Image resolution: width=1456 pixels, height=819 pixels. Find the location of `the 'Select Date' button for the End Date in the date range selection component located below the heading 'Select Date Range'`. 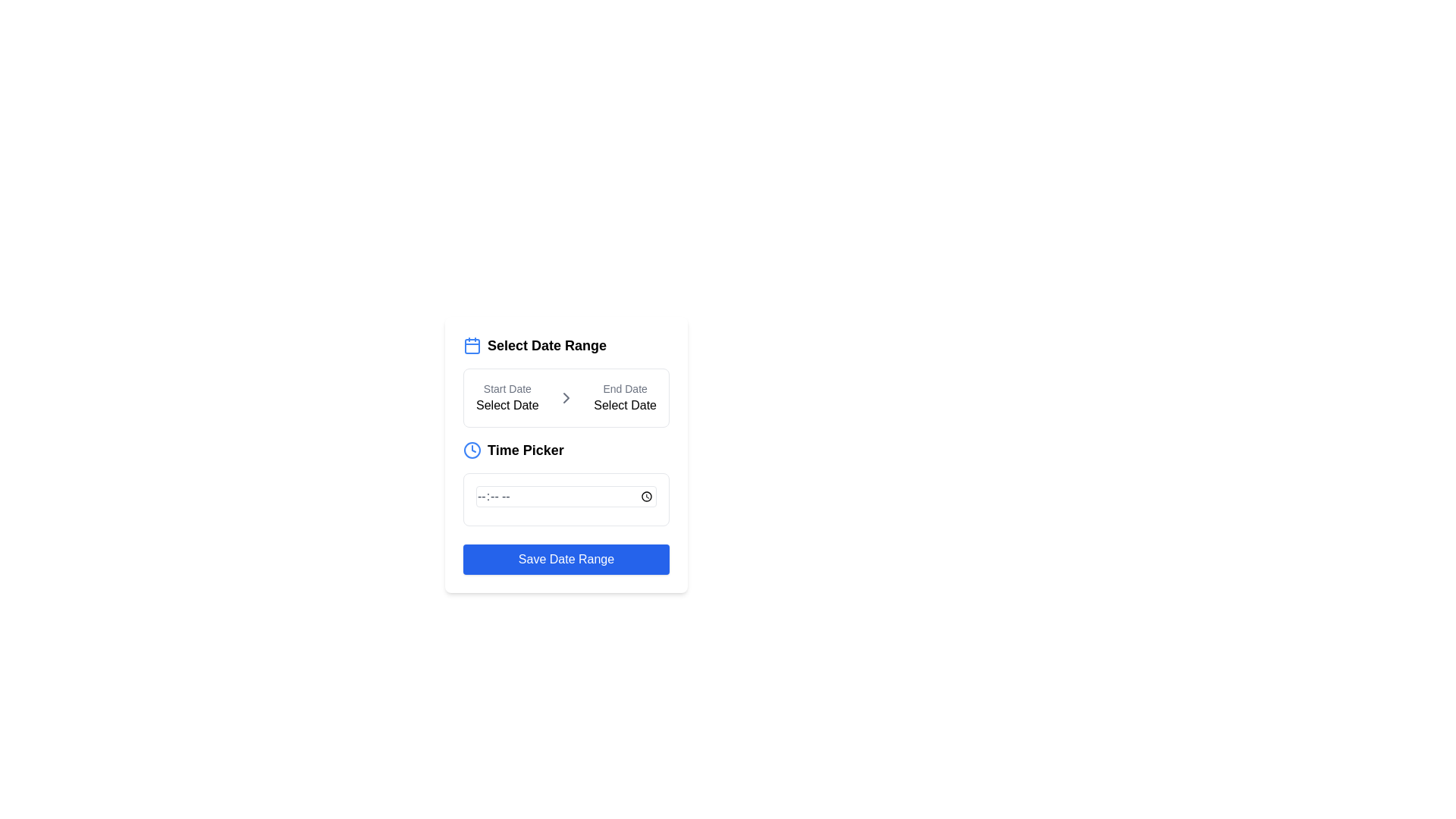

the 'Select Date' button for the End Date in the date range selection component located below the heading 'Select Date Range' is located at coordinates (566, 397).